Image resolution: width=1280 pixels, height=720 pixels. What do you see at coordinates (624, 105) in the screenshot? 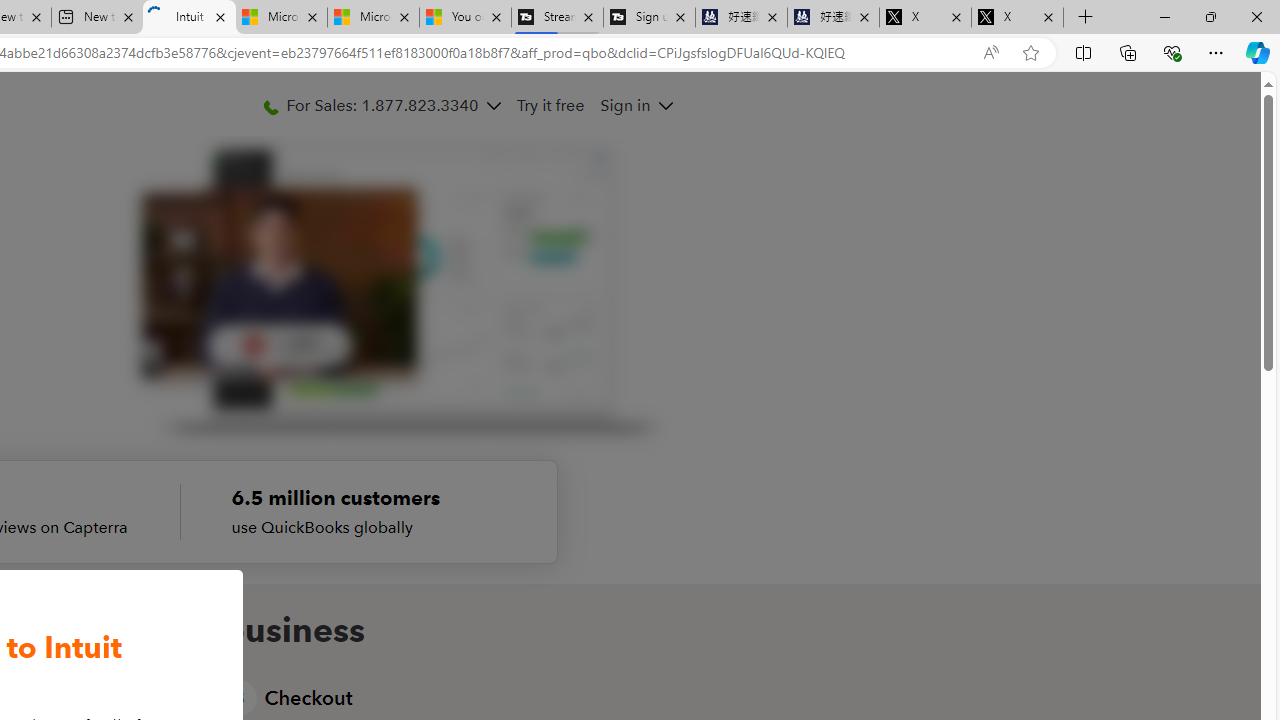
I see `'Sign in'` at bounding box center [624, 105].